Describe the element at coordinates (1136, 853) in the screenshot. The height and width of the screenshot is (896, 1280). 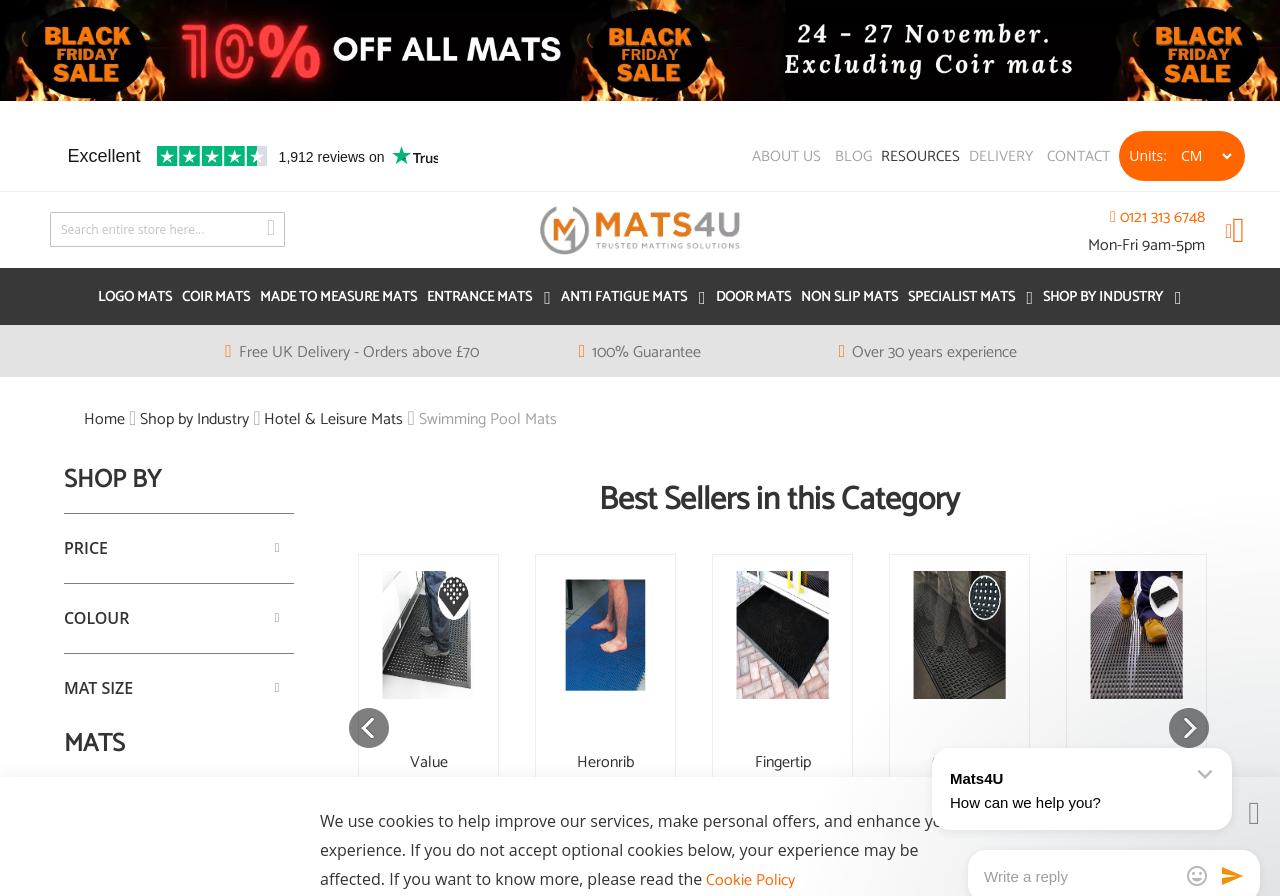
I see `'From: £66,00'` at that location.